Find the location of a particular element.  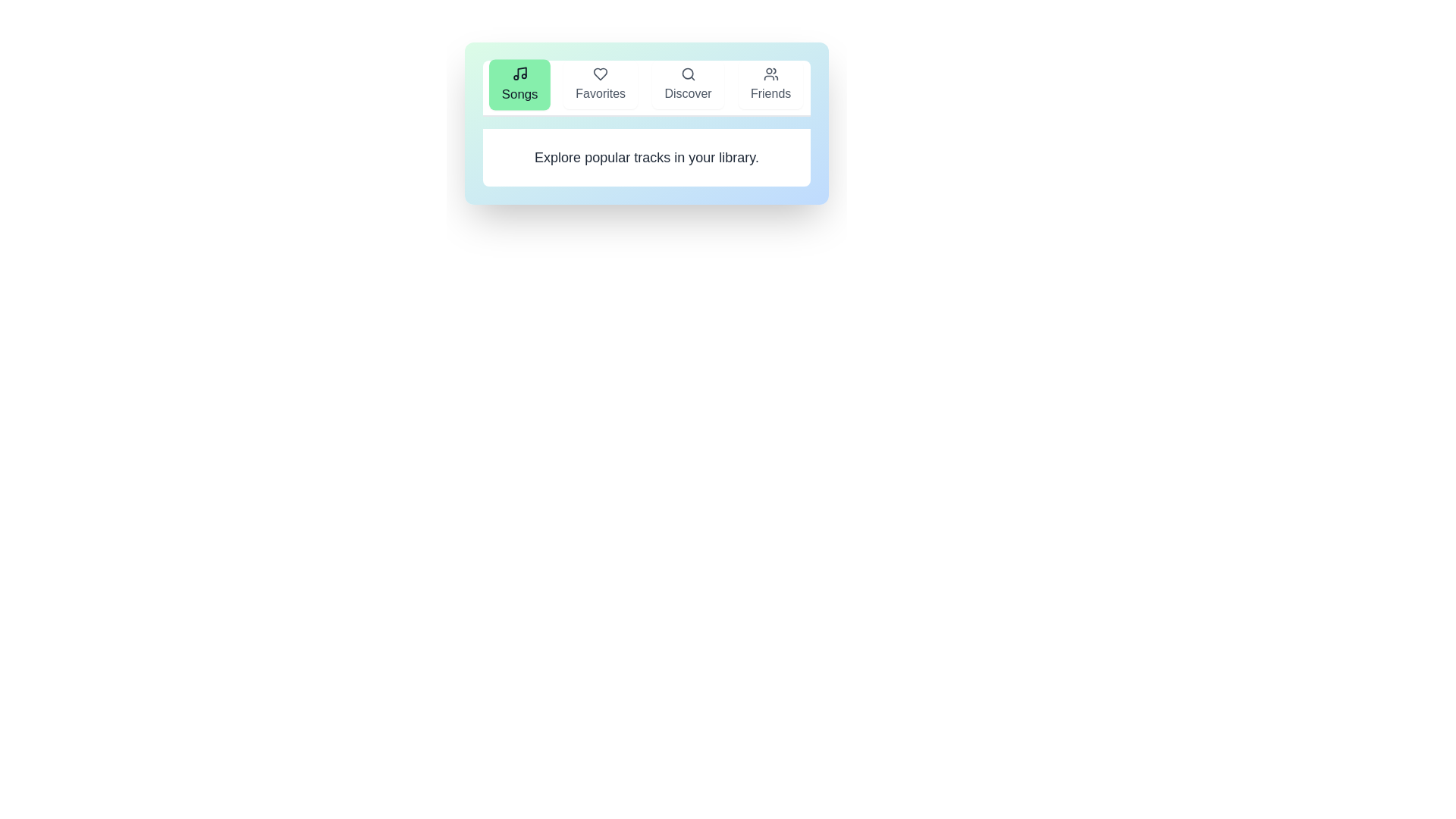

the tab labeled Friends to observe its hover styling is located at coordinates (771, 84).